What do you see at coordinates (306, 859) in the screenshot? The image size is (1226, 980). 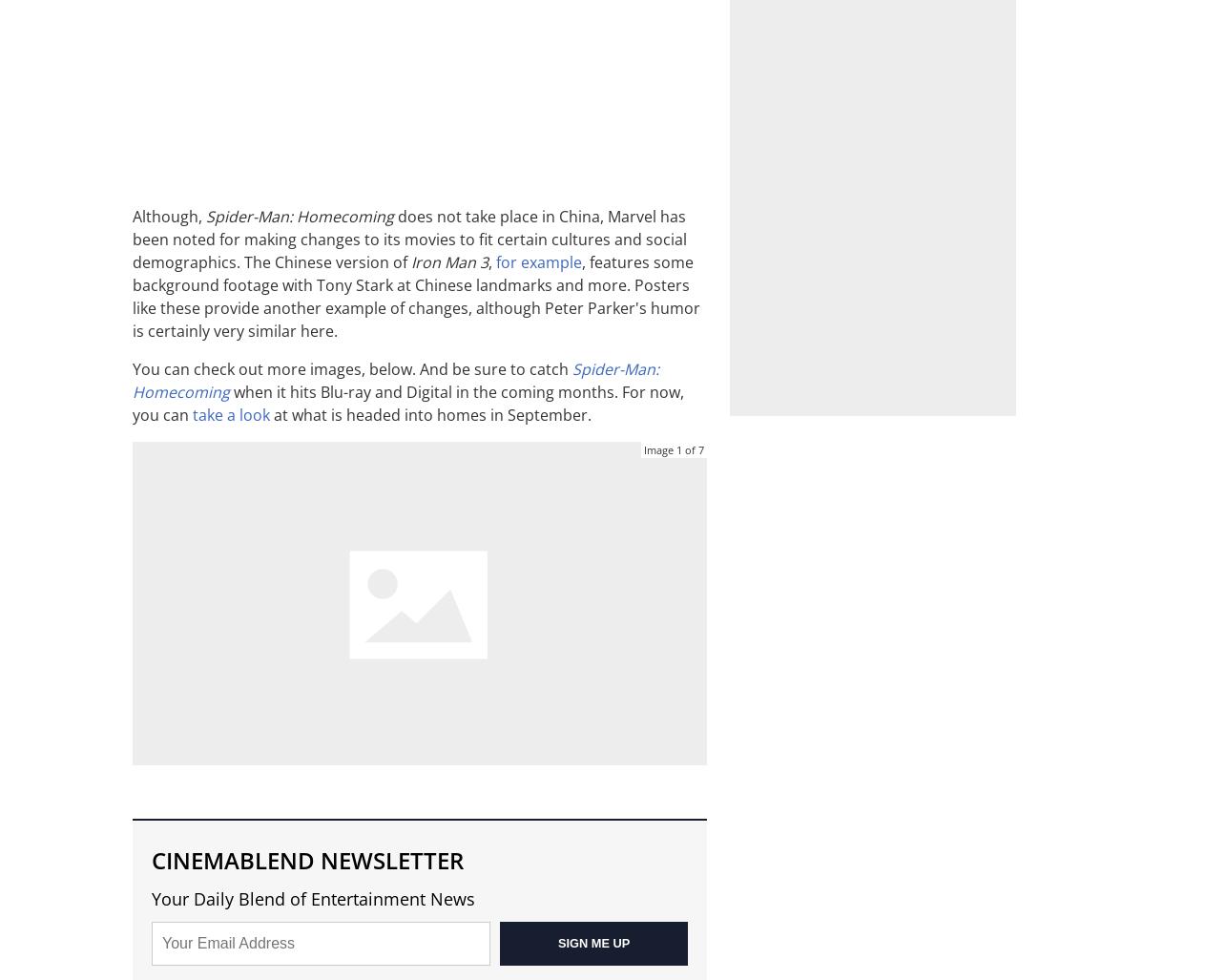 I see `'CINEMABLEND NEWSLETTER'` at bounding box center [306, 859].